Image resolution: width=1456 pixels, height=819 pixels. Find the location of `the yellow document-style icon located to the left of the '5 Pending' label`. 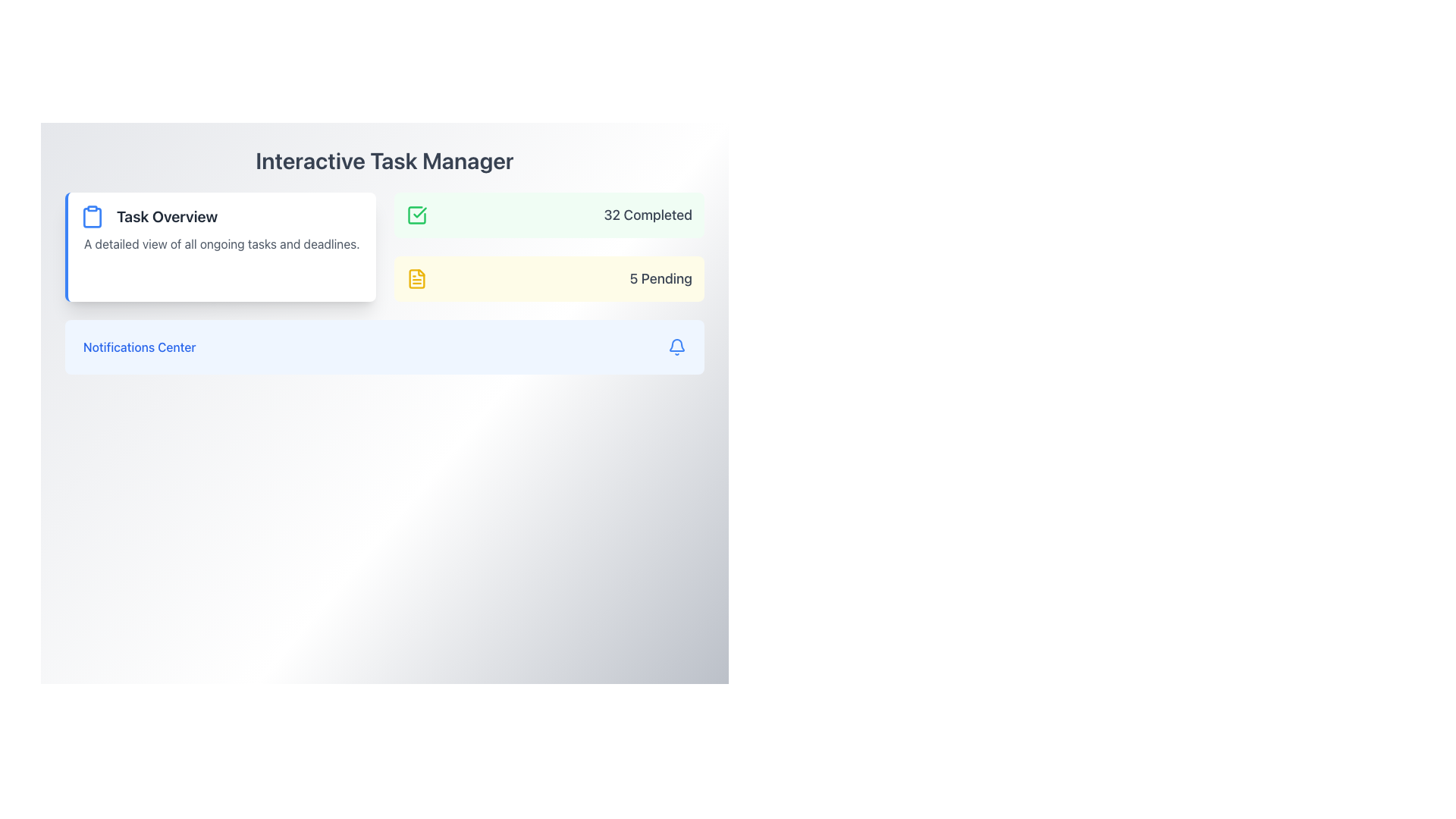

the yellow document-style icon located to the left of the '5 Pending' label is located at coordinates (416, 278).